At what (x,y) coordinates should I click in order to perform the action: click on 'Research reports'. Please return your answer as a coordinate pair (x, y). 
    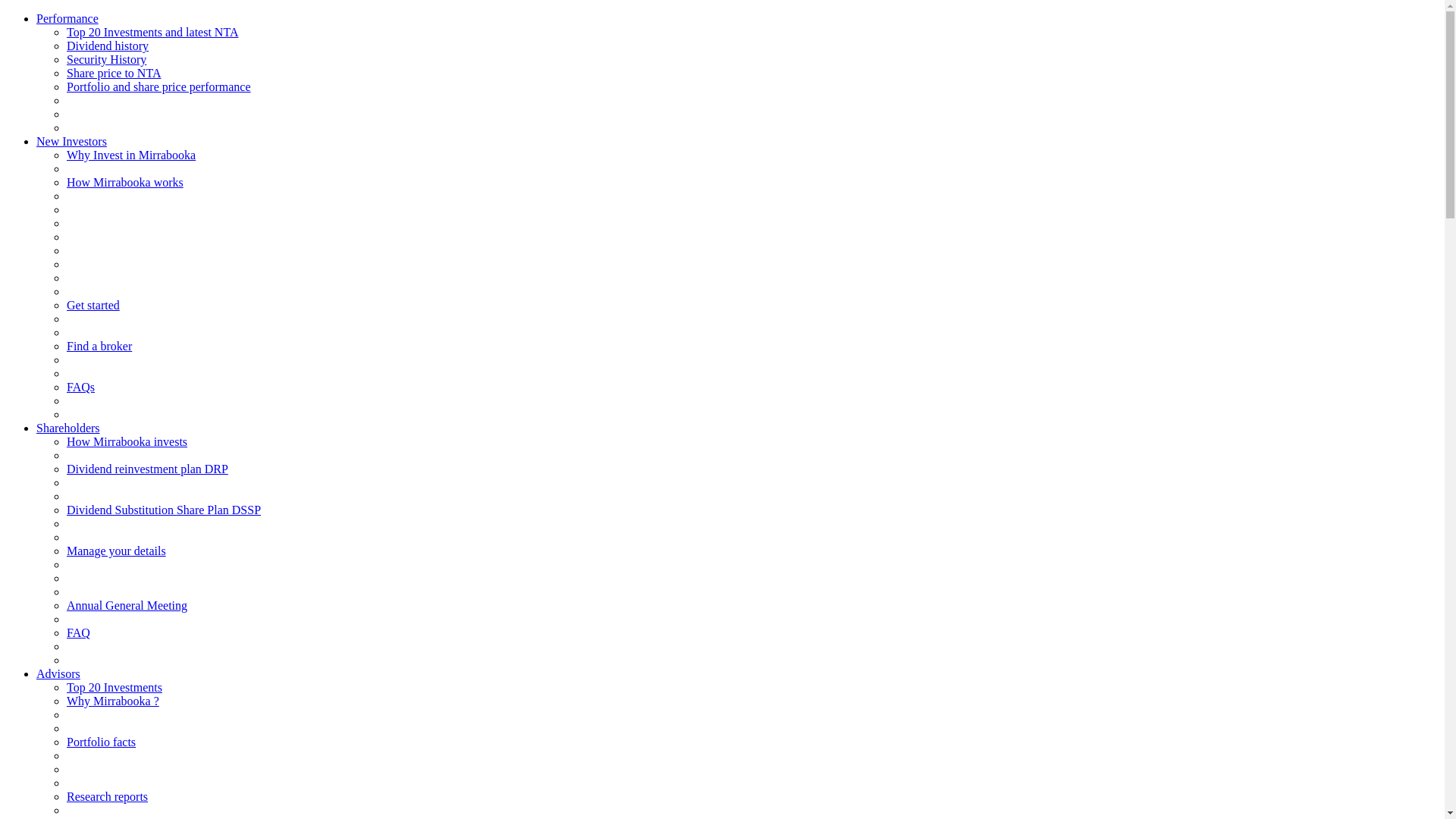
    Looking at the image, I should click on (106, 795).